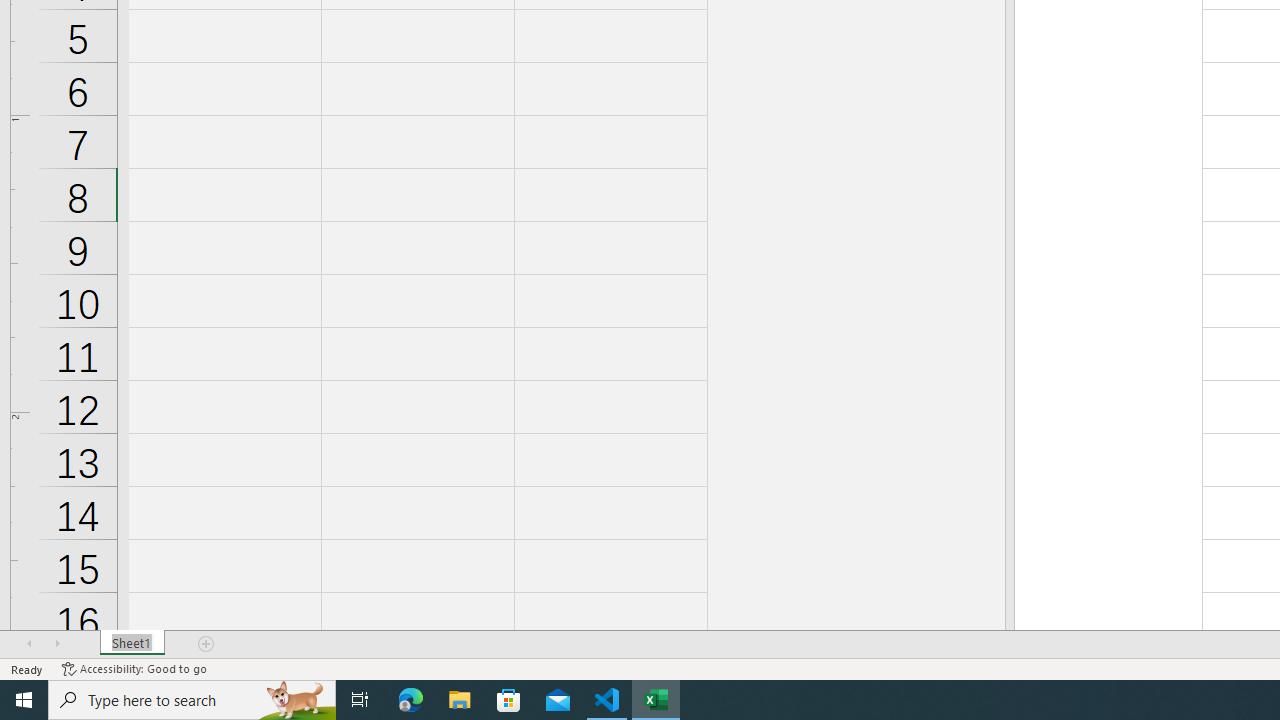 This screenshot has height=720, width=1280. Describe the element at coordinates (131, 644) in the screenshot. I see `'Sheet Tab'` at that location.